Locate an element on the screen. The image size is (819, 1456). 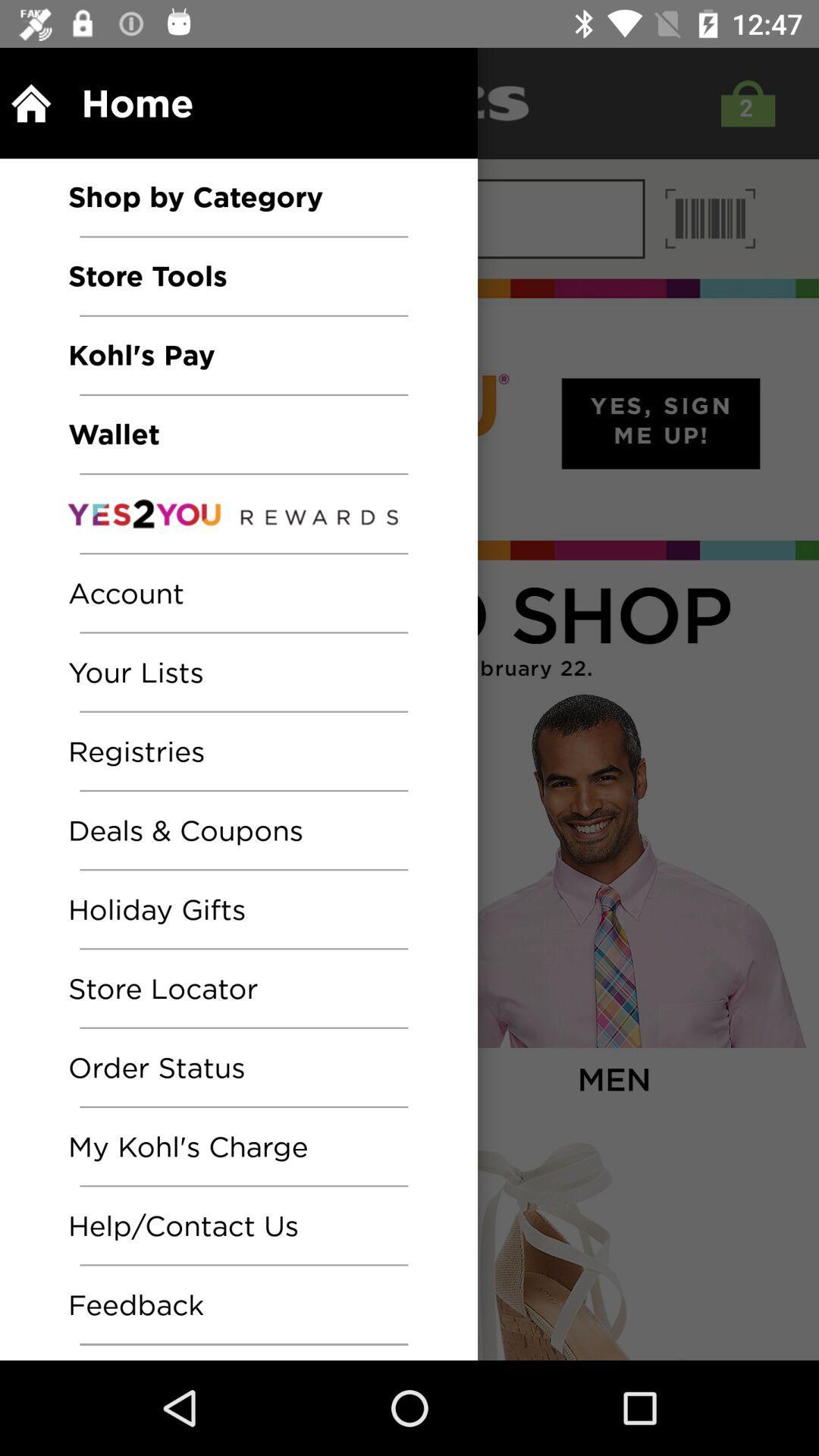
the home icon is located at coordinates (55, 102).